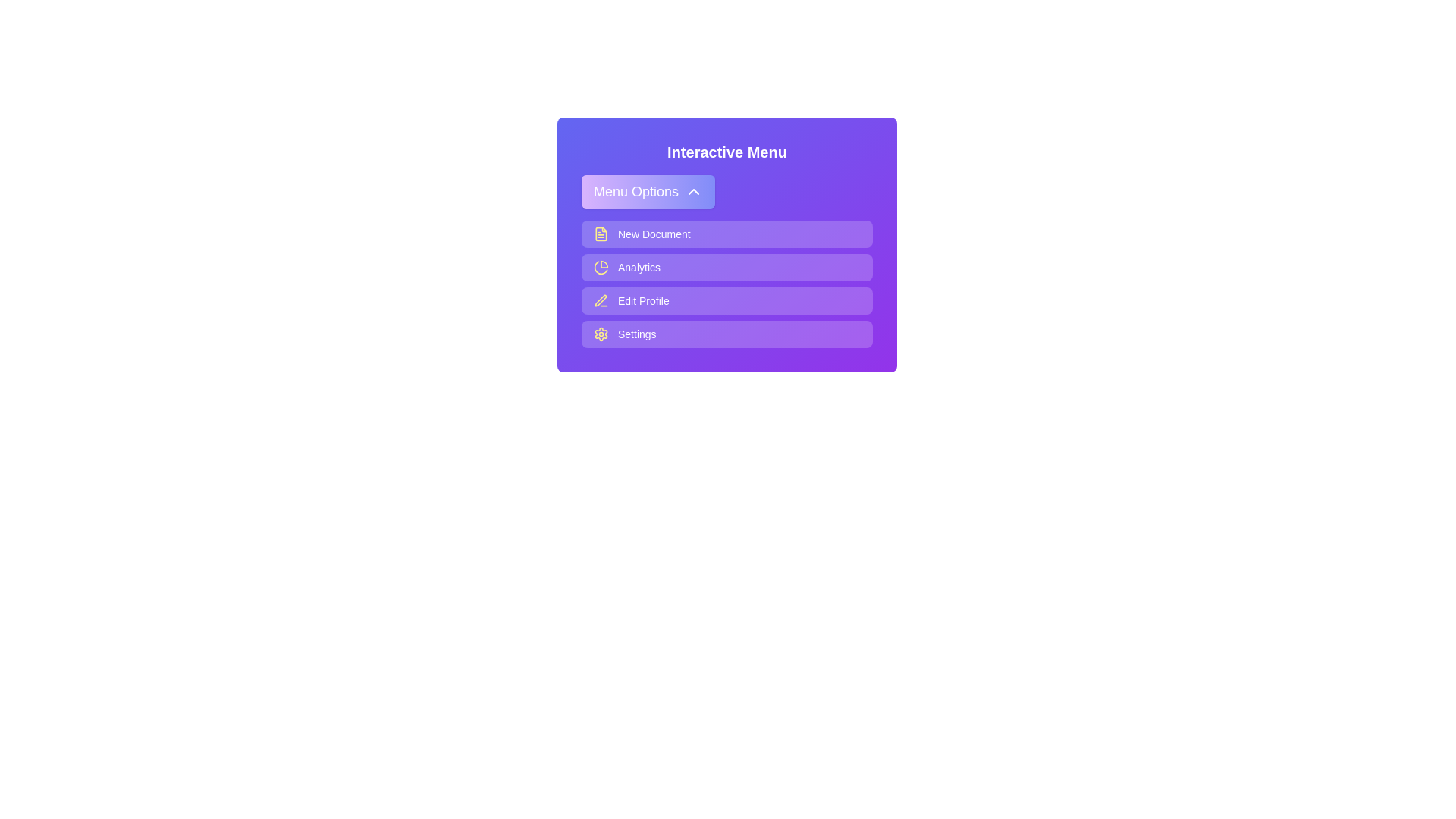 This screenshot has width=1456, height=819. I want to click on the Text label that serves as the title or heading of the menu, positioned at the top of the purple gradient box, above the 'Menu Options' section, so click(726, 152).